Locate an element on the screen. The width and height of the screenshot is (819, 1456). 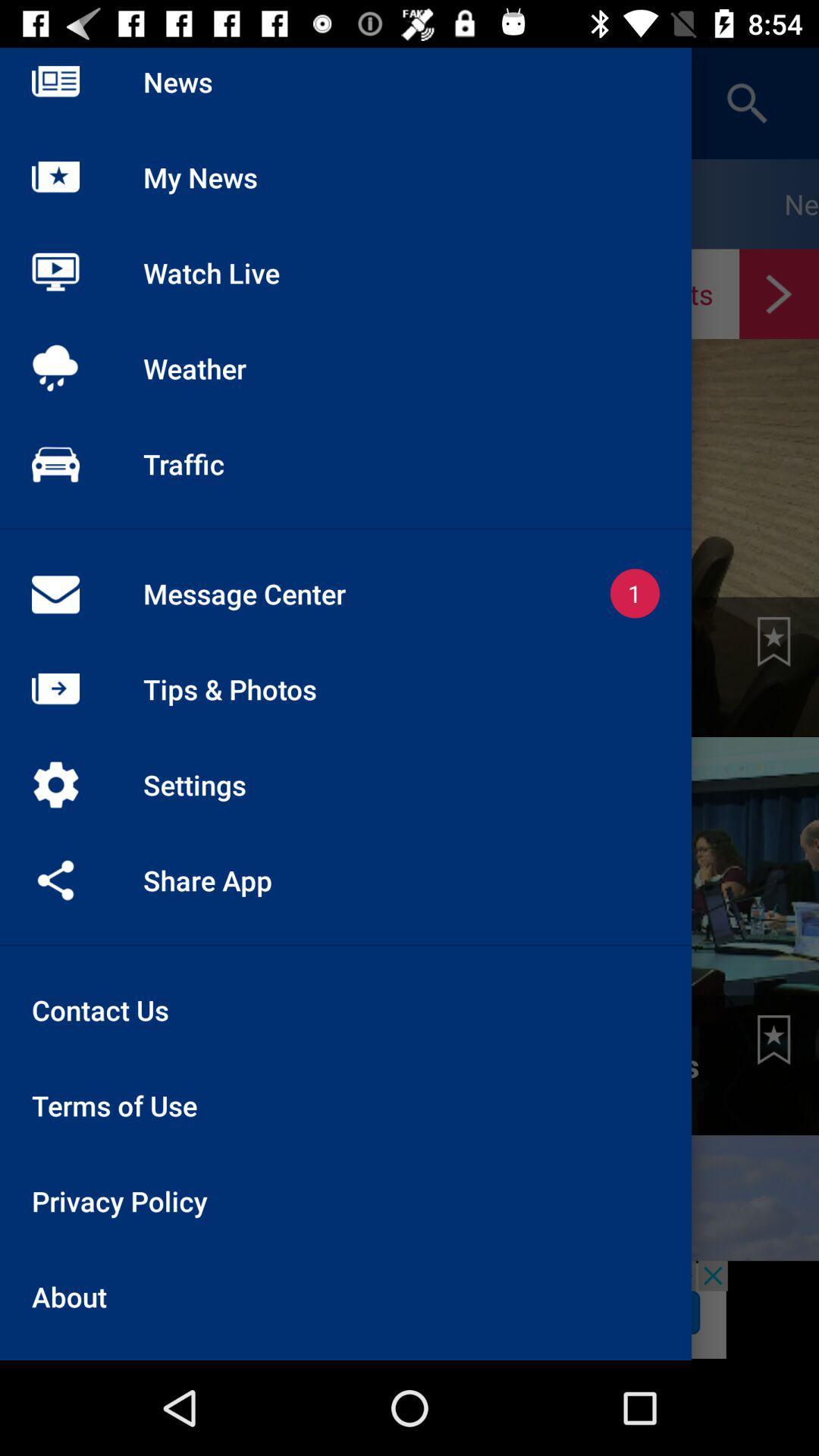
the list icon is located at coordinates (55, 102).